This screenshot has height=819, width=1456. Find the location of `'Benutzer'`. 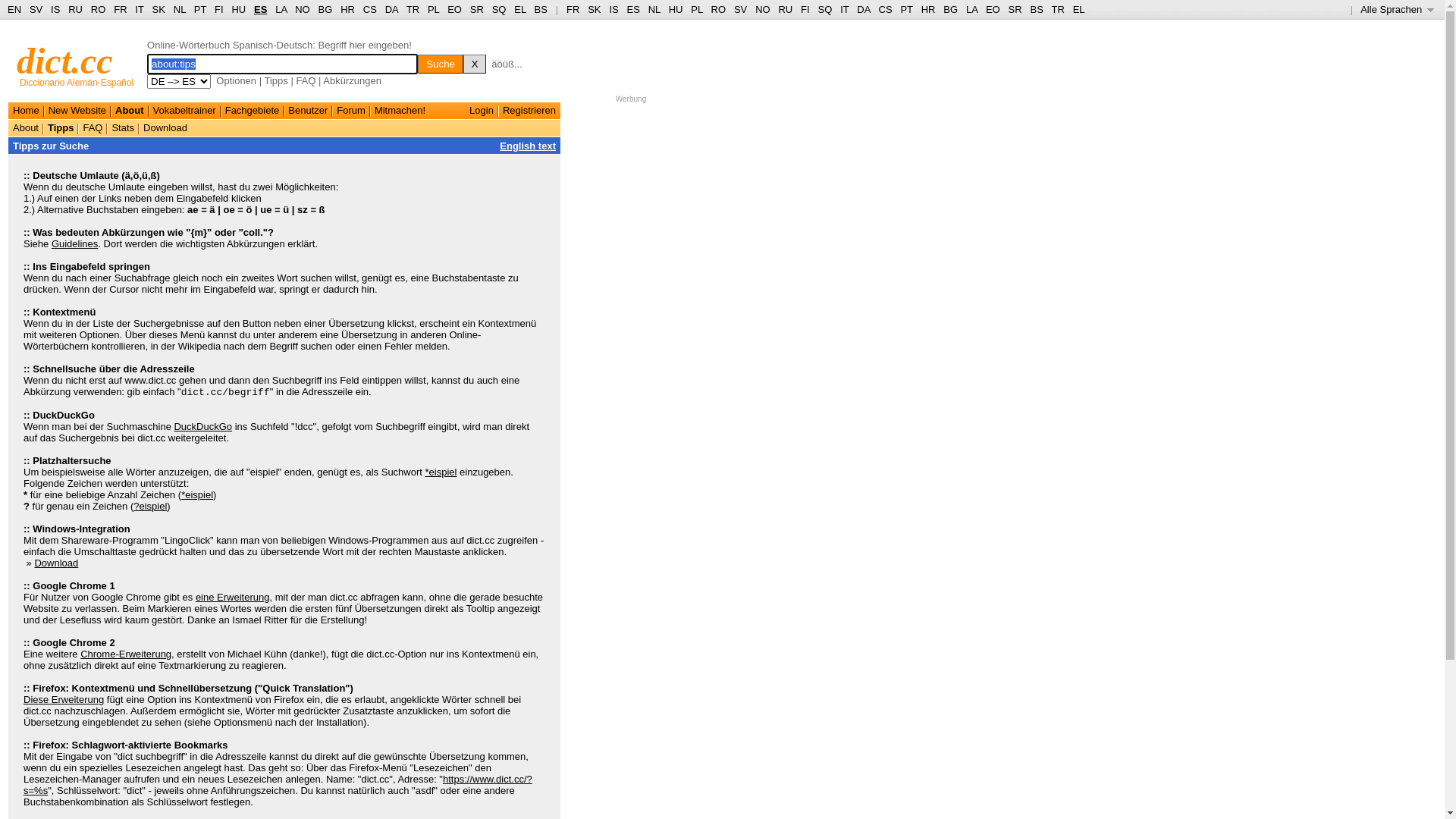

'Benutzer' is located at coordinates (307, 109).